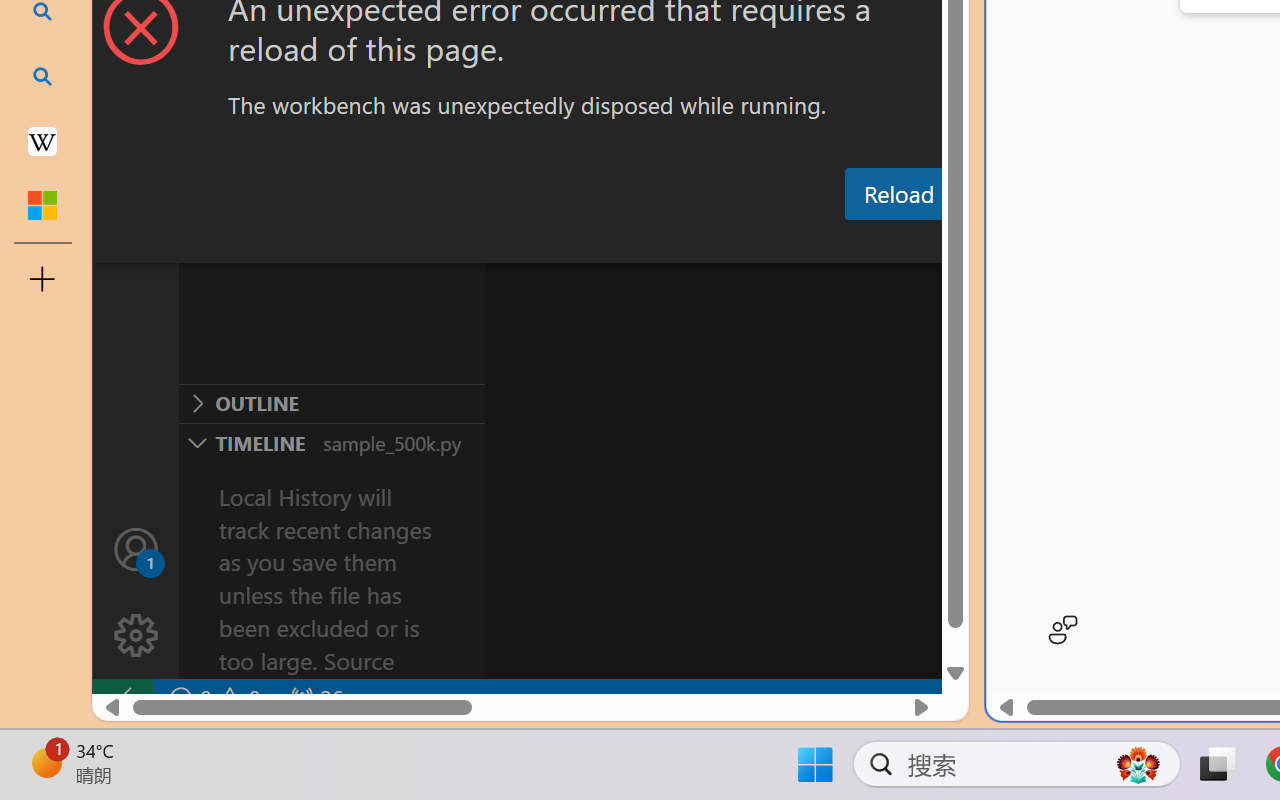 The image size is (1280, 800). I want to click on 'Manage', so click(134, 591).